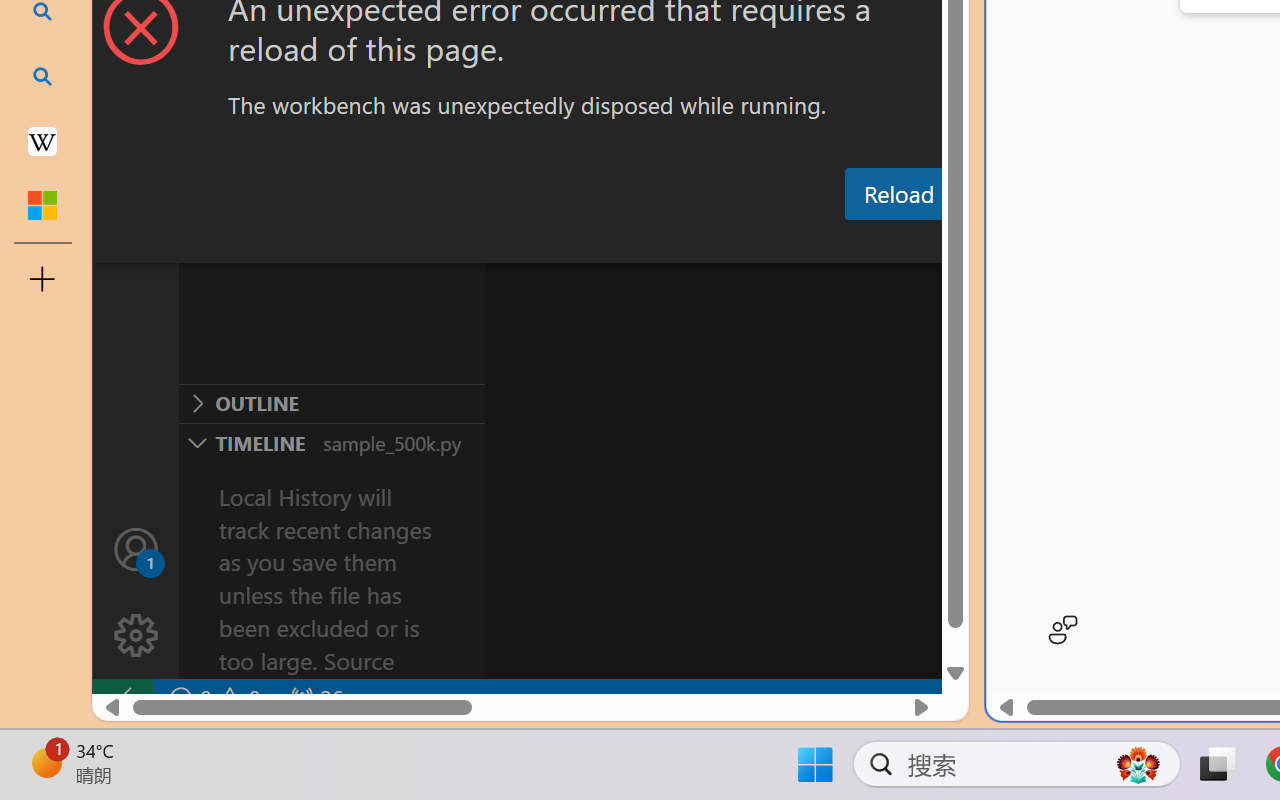 The image size is (1280, 800). I want to click on 'Manage', so click(134, 591).